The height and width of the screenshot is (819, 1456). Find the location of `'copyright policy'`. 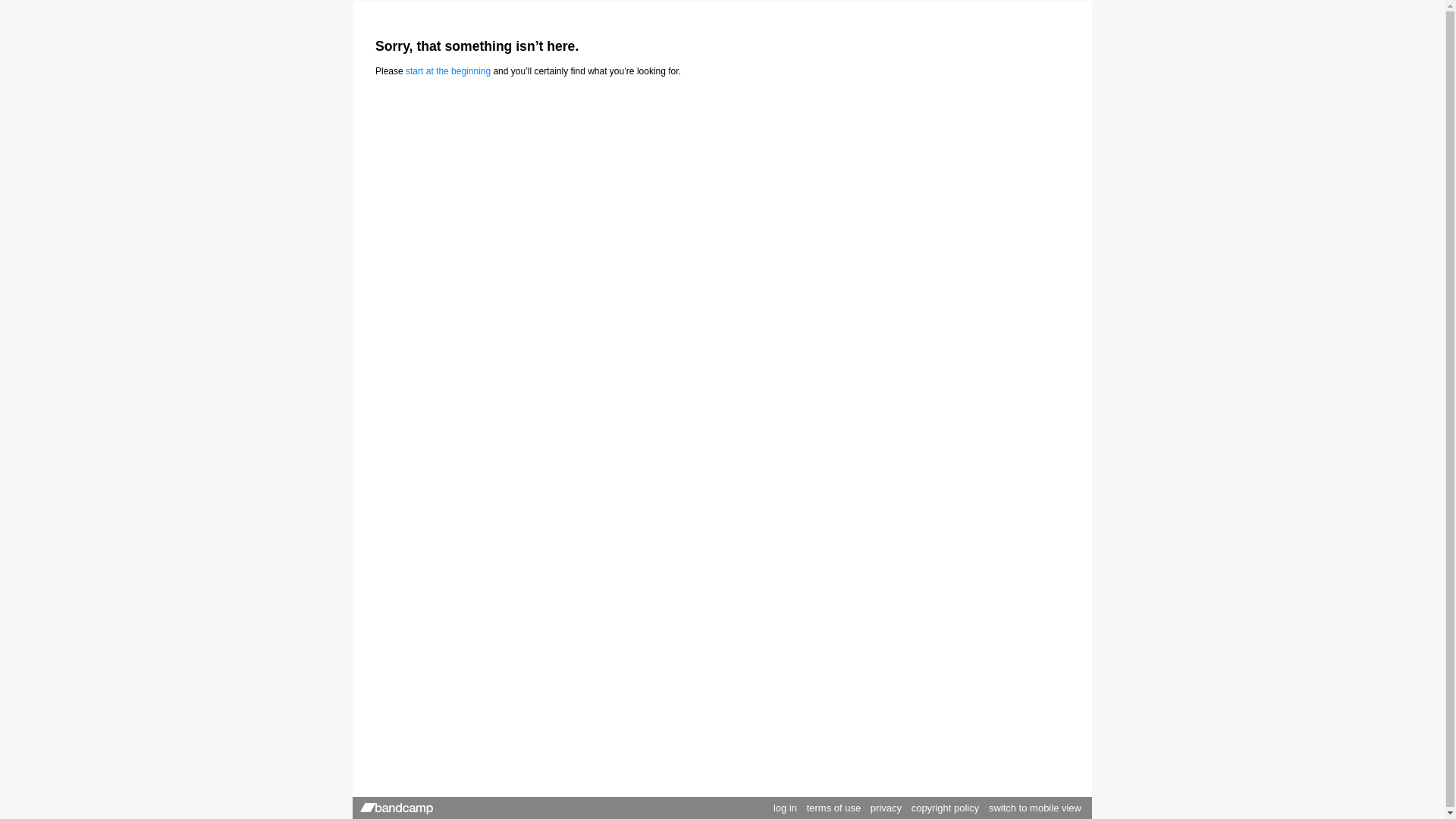

'copyright policy' is located at coordinates (910, 807).